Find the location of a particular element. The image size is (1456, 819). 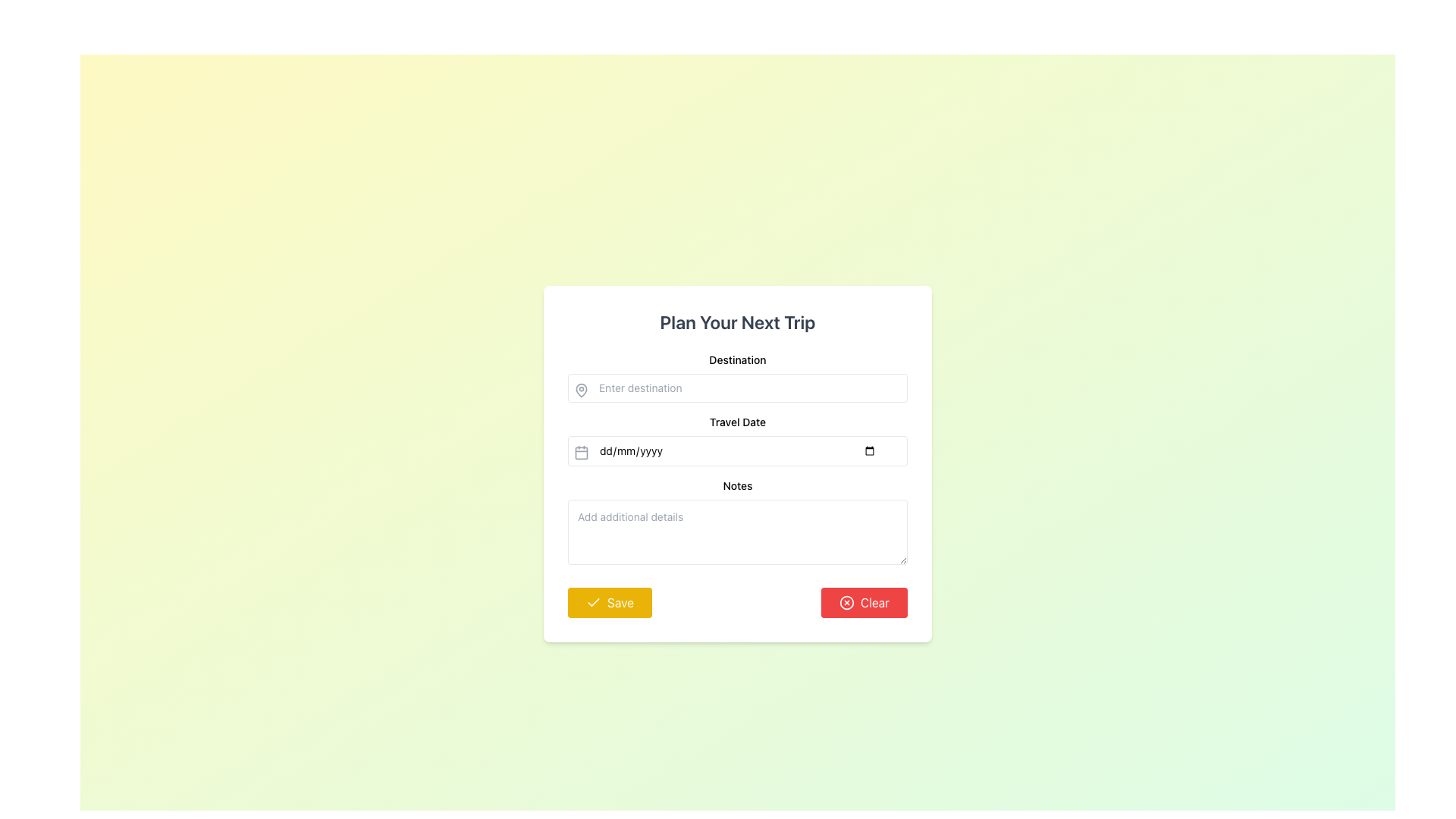

the pin or map marker icon located to the left of the 'Enter destination' text input field within the 'Plan Your Next Trip' form is located at coordinates (581, 390).